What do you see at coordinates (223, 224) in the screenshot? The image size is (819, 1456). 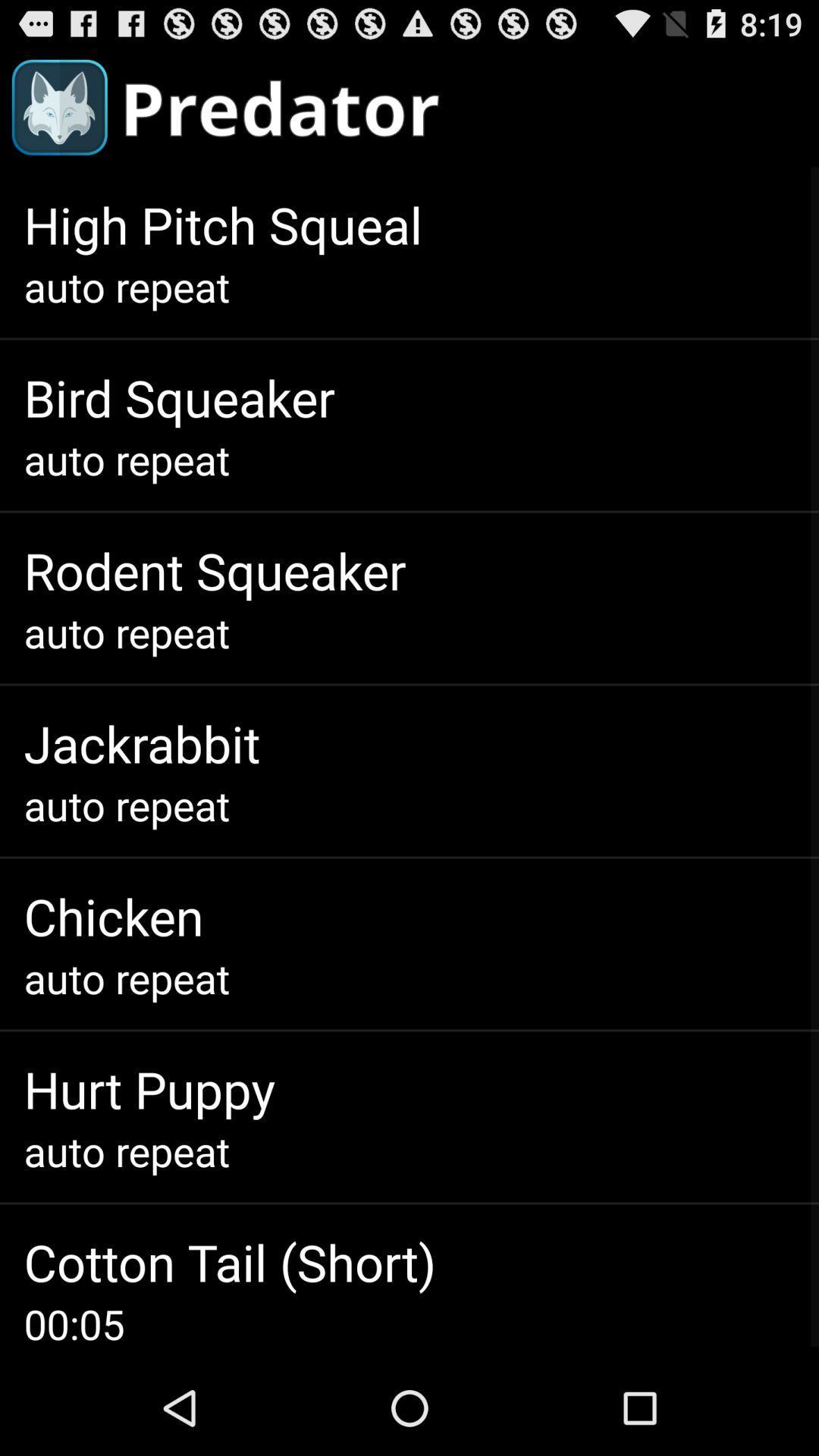 I see `app above auto repeat icon` at bounding box center [223, 224].